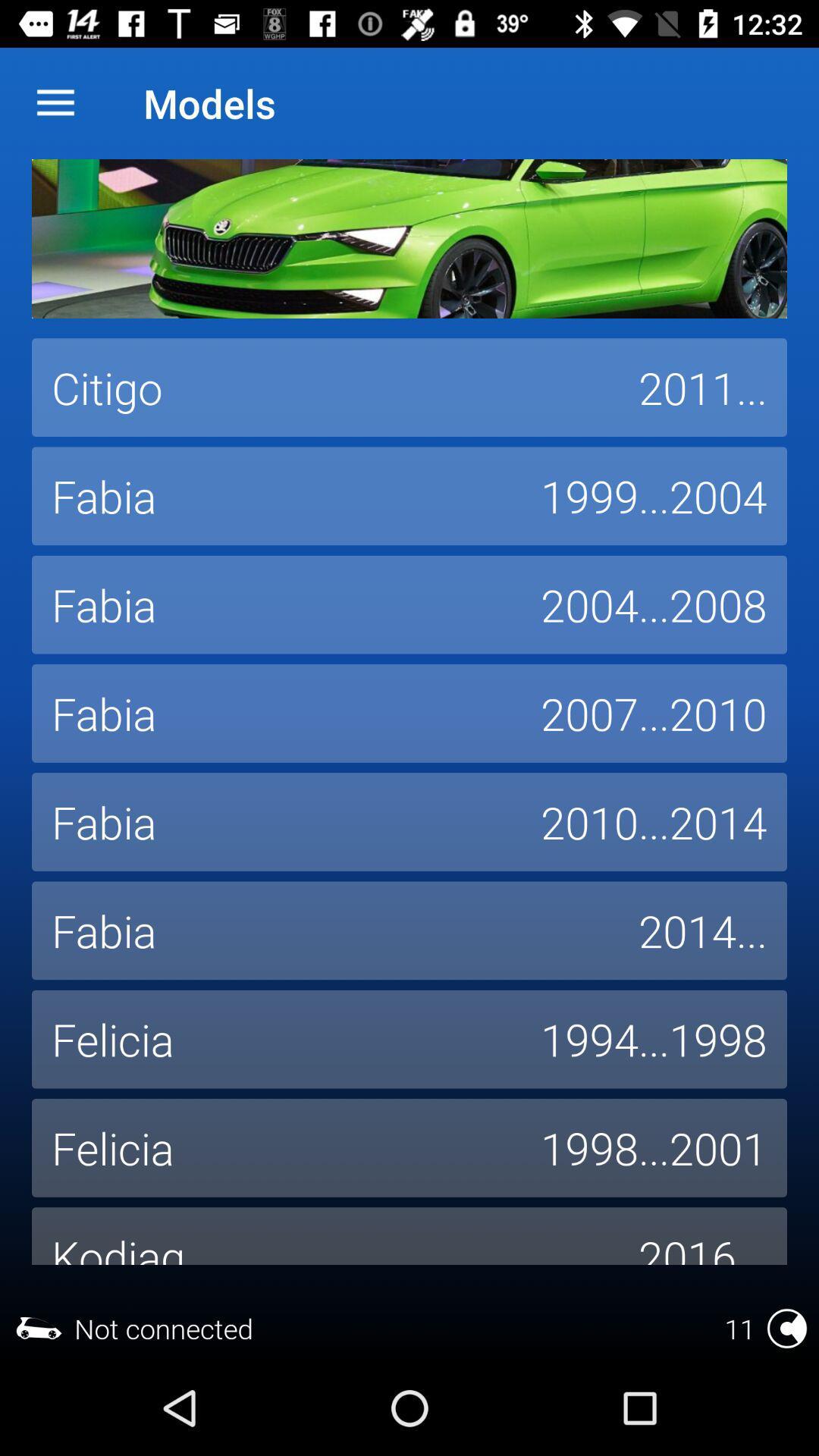 This screenshot has width=819, height=1456. I want to click on item below 1998...2001 icon, so click(702, 1236).